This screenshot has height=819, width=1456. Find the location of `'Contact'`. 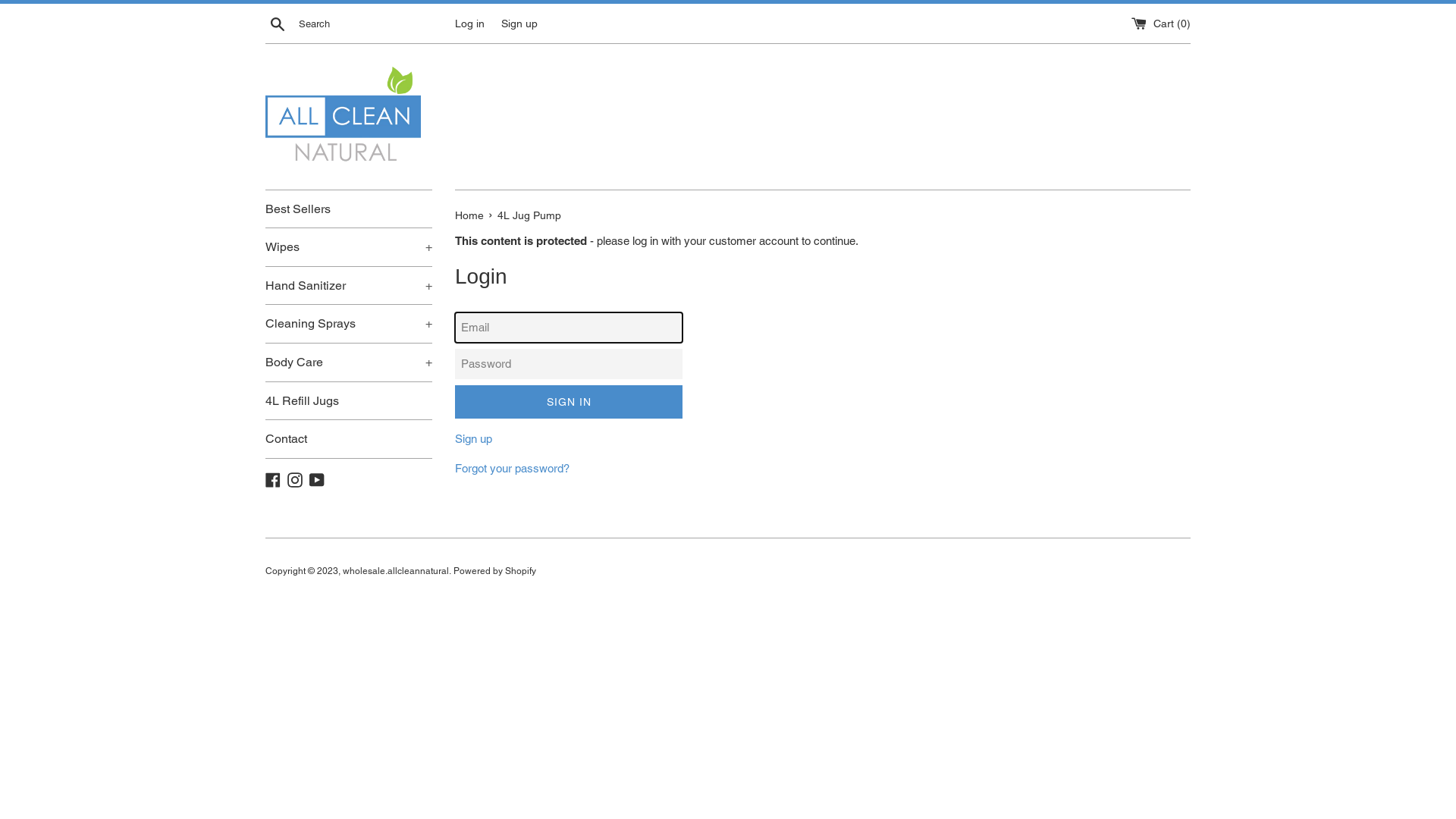

'Contact' is located at coordinates (348, 438).